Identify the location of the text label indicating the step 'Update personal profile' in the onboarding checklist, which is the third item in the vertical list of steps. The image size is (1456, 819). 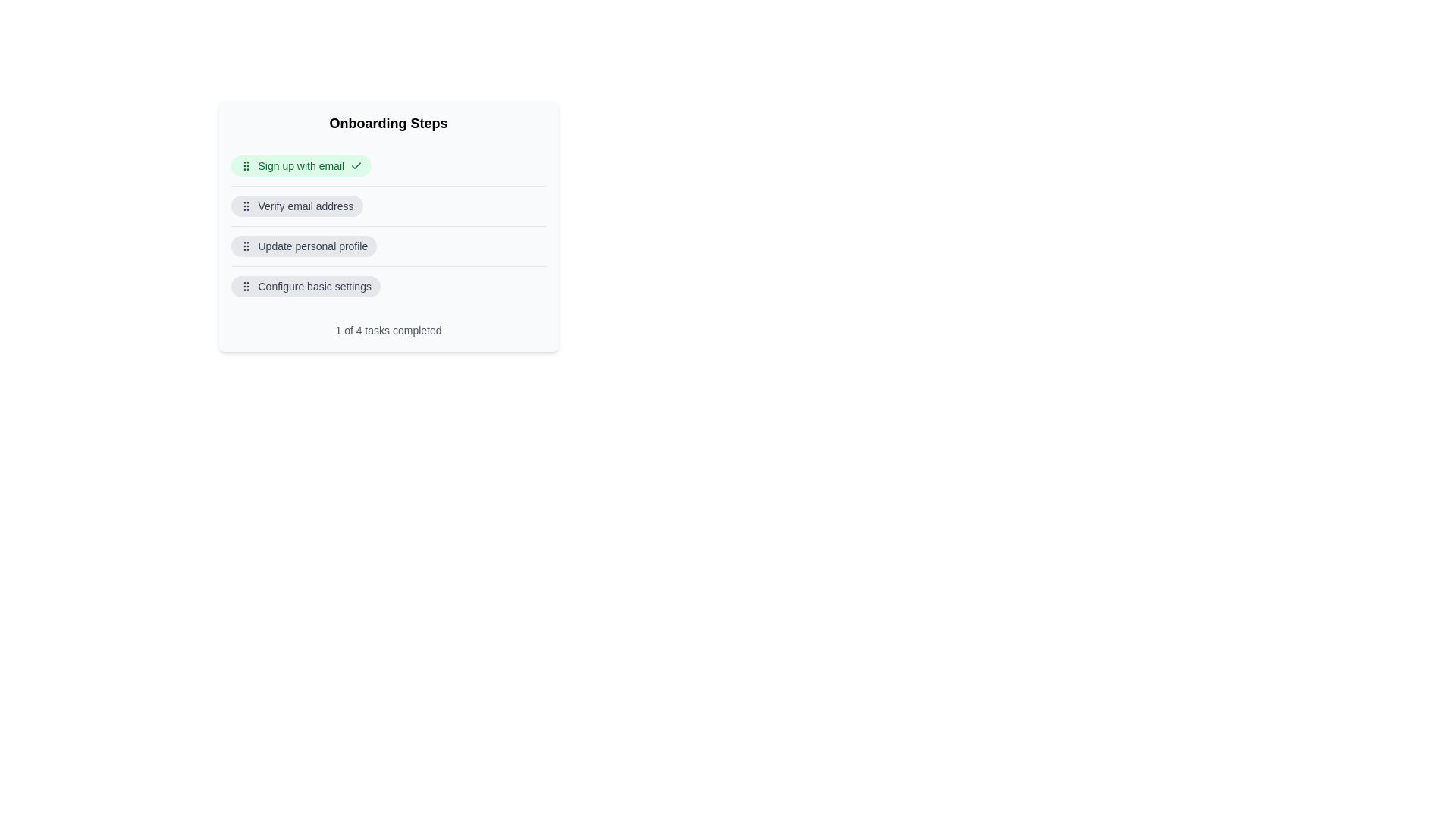
(312, 245).